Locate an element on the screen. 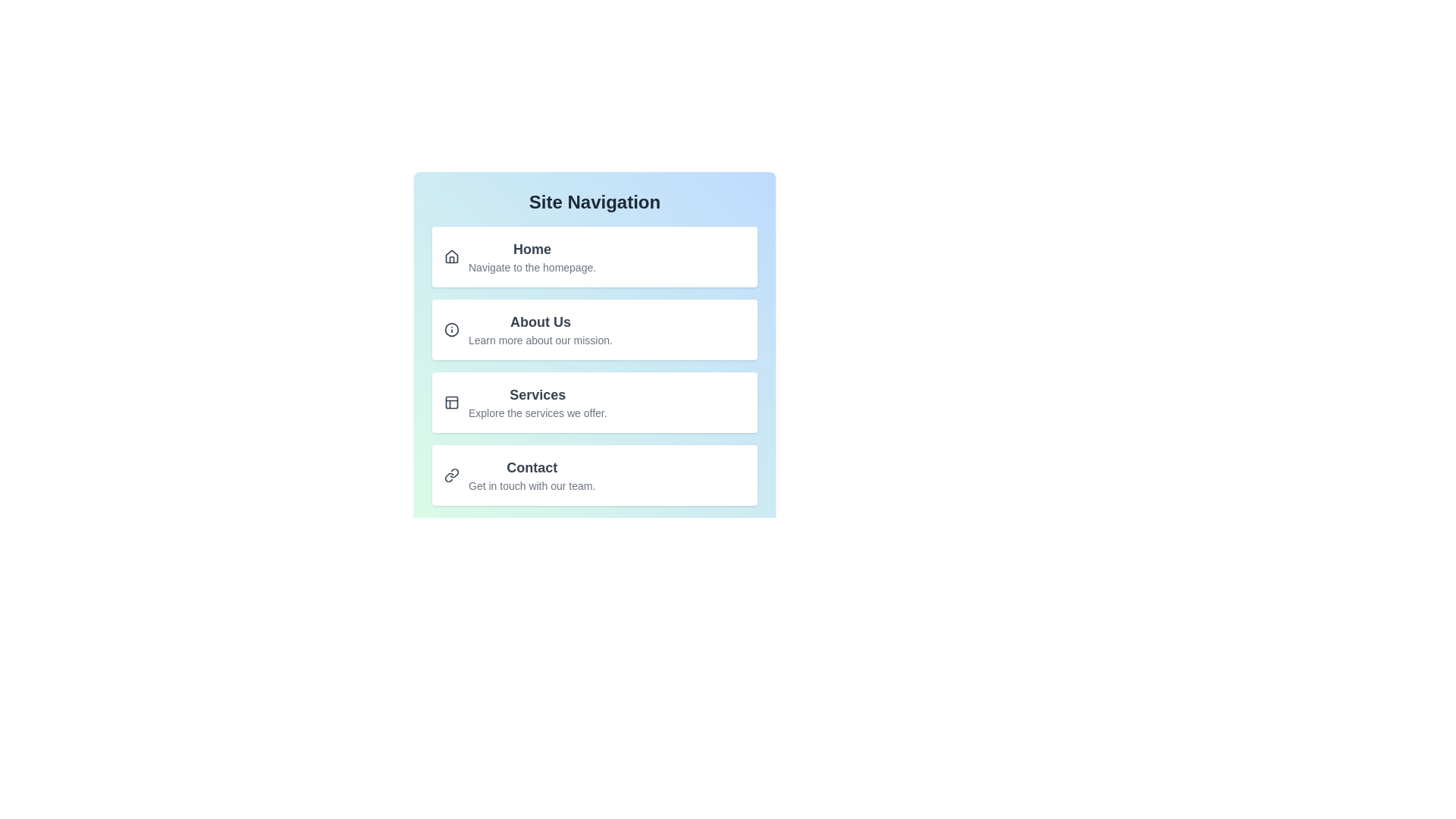  the 'Contact' hyperlink icon located to the left of the text in the fourth card of the vertical navigation menu is located at coordinates (450, 475).